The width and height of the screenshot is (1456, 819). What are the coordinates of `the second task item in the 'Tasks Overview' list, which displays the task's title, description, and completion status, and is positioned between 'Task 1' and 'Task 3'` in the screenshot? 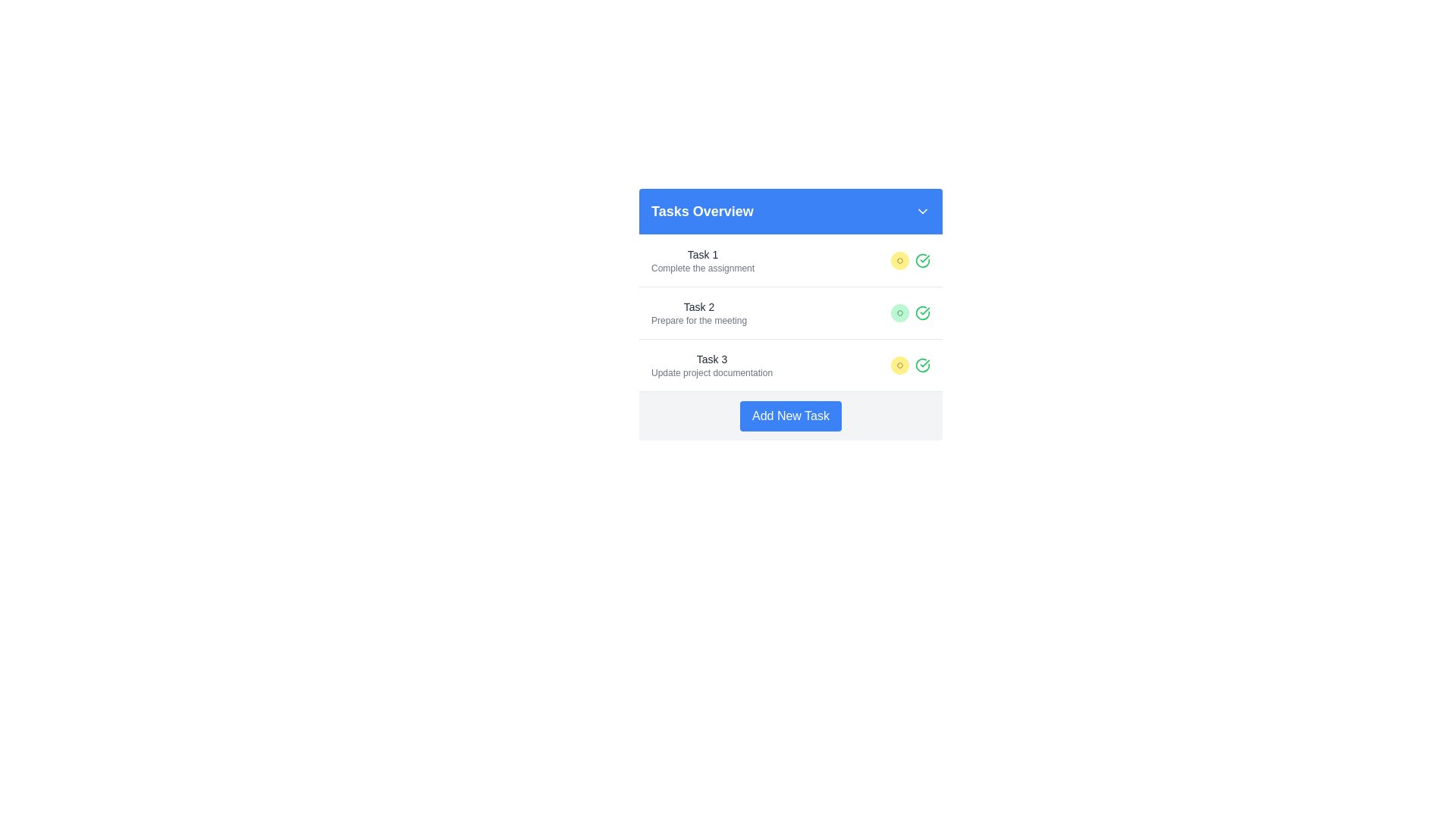 It's located at (789, 312).